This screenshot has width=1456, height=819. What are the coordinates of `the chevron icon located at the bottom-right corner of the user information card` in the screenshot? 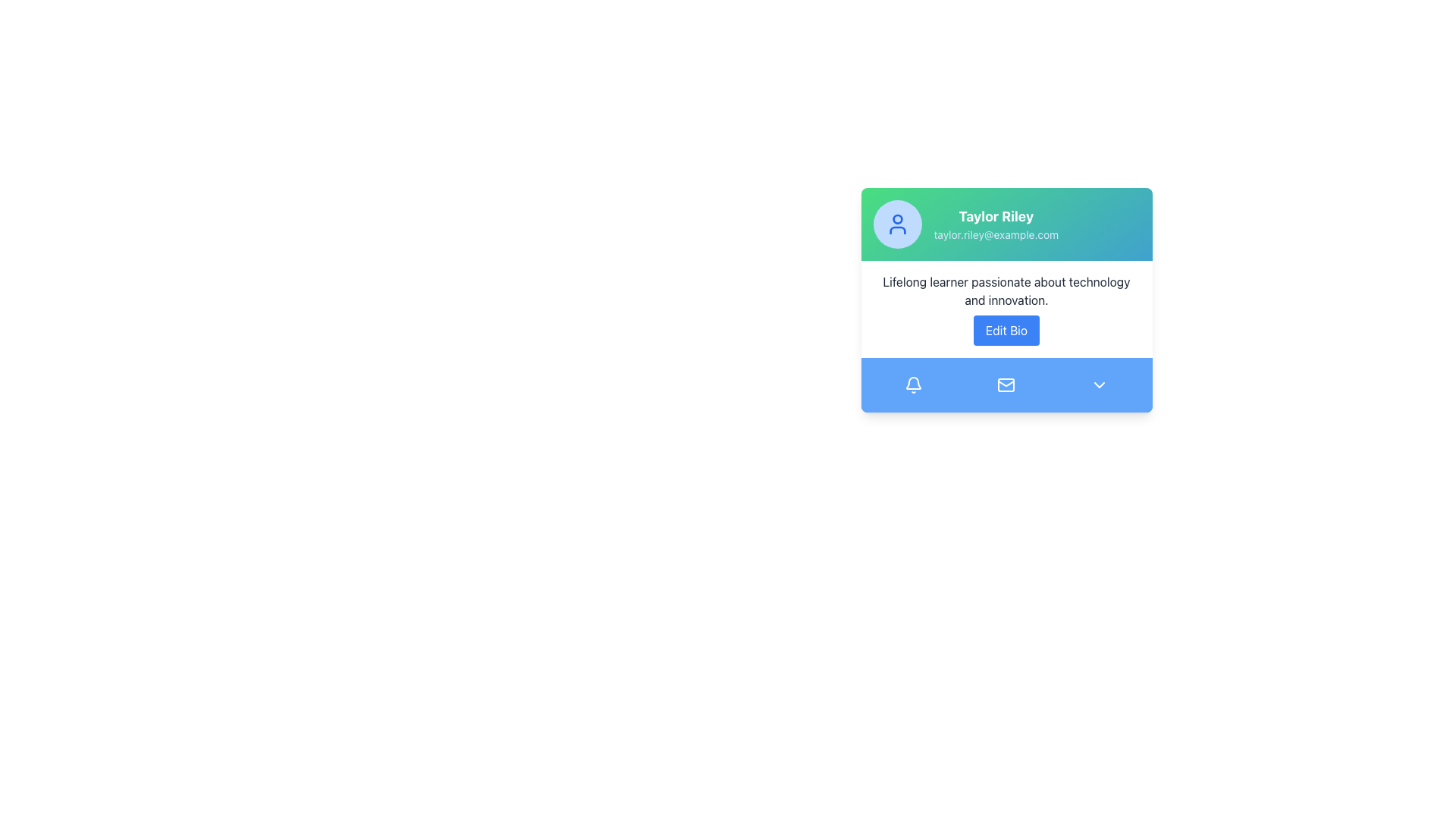 It's located at (1100, 384).